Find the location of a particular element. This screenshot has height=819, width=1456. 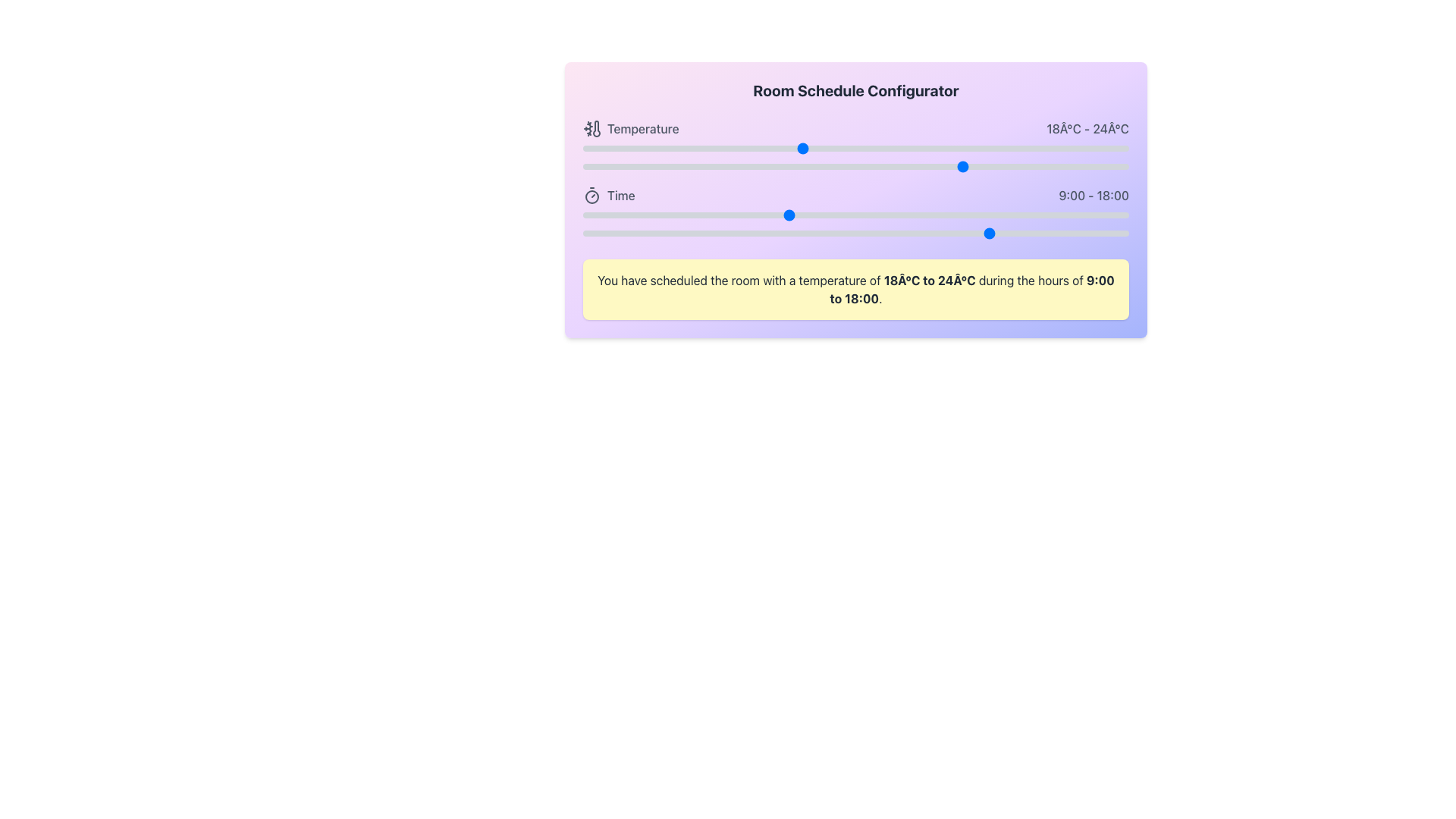

the slider value is located at coordinates (665, 166).